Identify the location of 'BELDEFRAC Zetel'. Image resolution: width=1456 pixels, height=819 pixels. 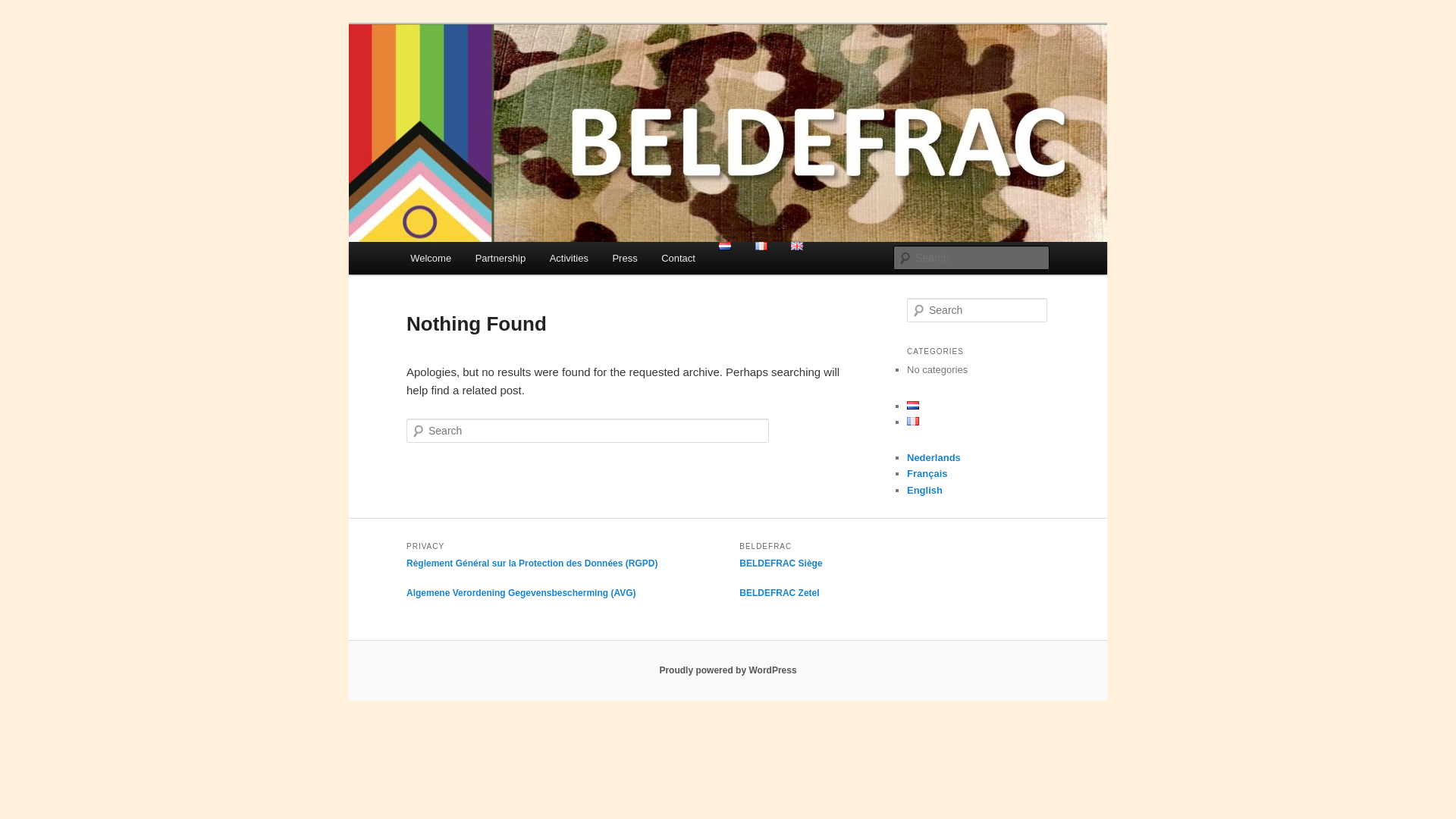
(779, 592).